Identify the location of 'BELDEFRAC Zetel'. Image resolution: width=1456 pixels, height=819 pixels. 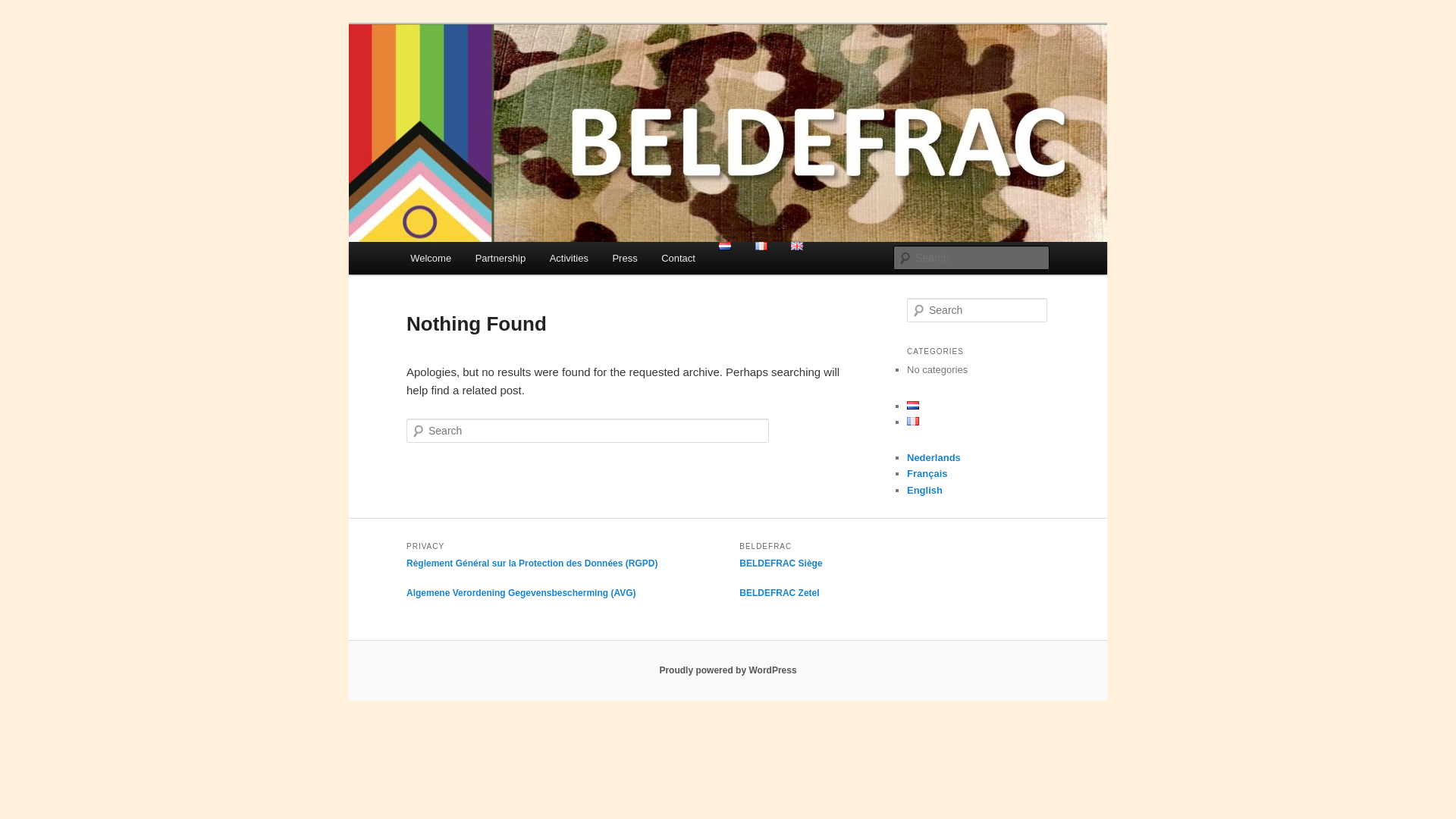
(779, 592).